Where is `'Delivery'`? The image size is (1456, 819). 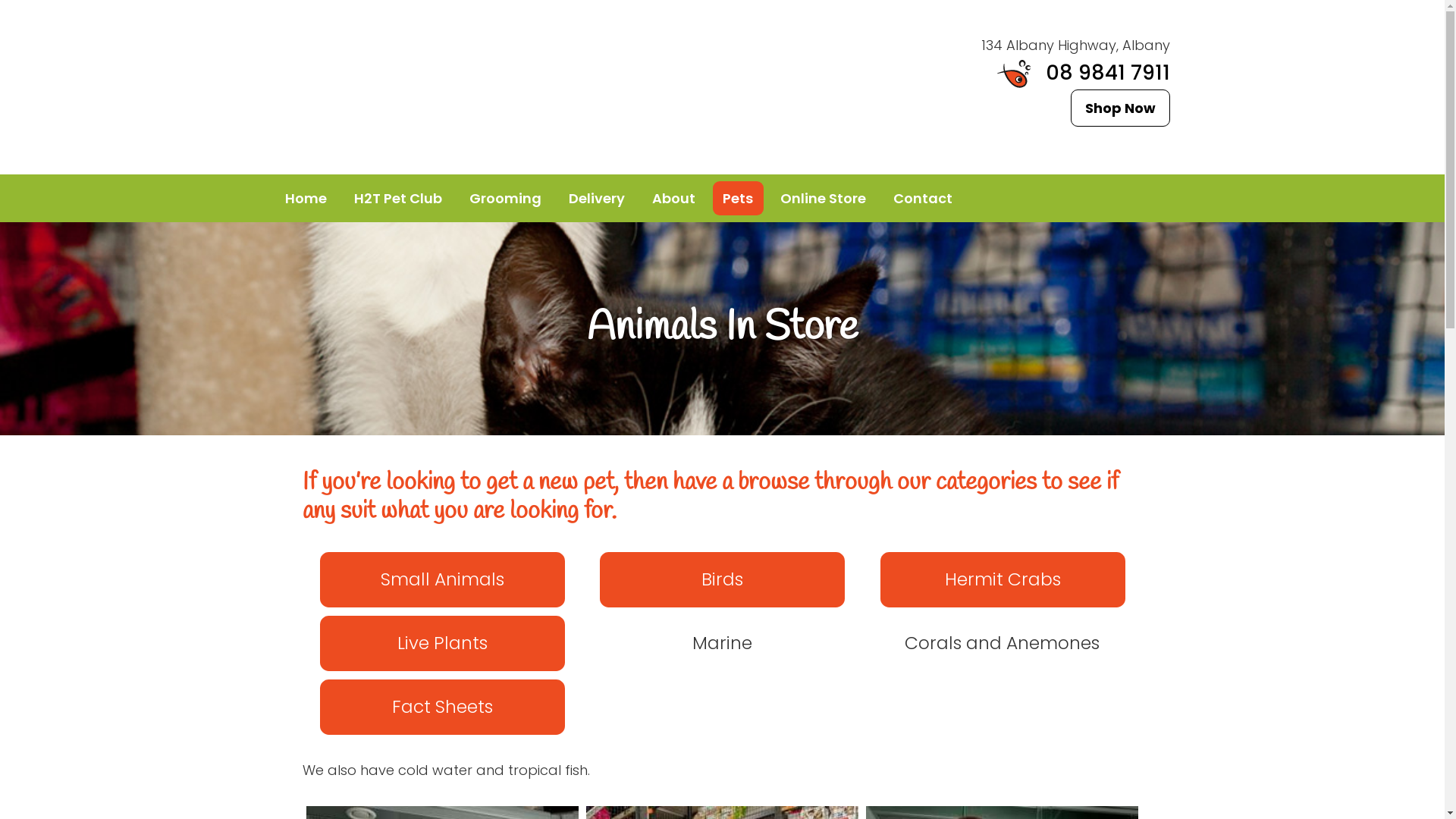 'Delivery' is located at coordinates (557, 197).